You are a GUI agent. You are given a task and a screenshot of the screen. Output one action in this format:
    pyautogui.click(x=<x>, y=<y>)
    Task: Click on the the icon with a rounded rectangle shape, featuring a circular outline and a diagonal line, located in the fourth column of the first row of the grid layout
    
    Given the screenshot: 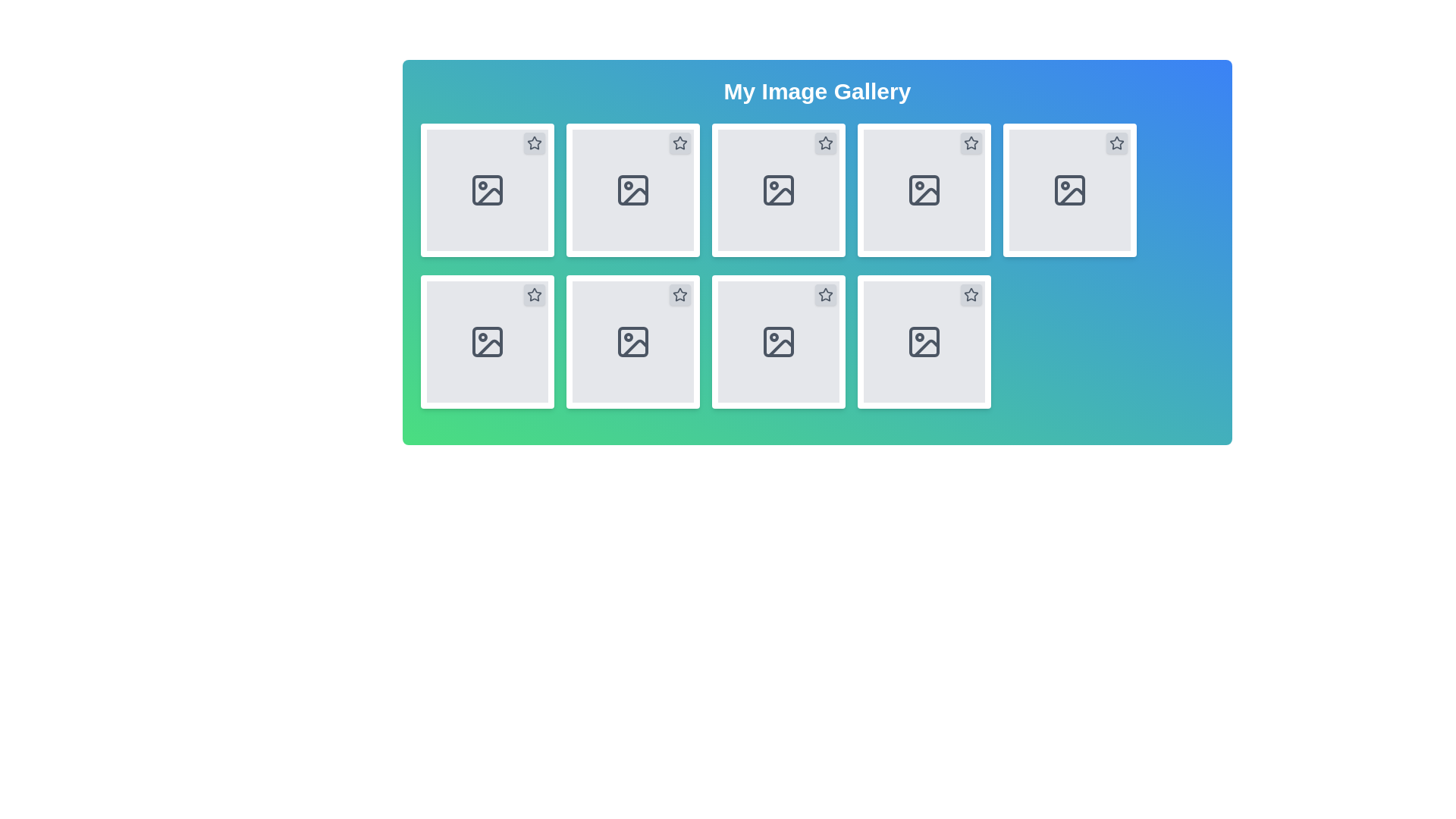 What is the action you would take?
    pyautogui.click(x=924, y=189)
    